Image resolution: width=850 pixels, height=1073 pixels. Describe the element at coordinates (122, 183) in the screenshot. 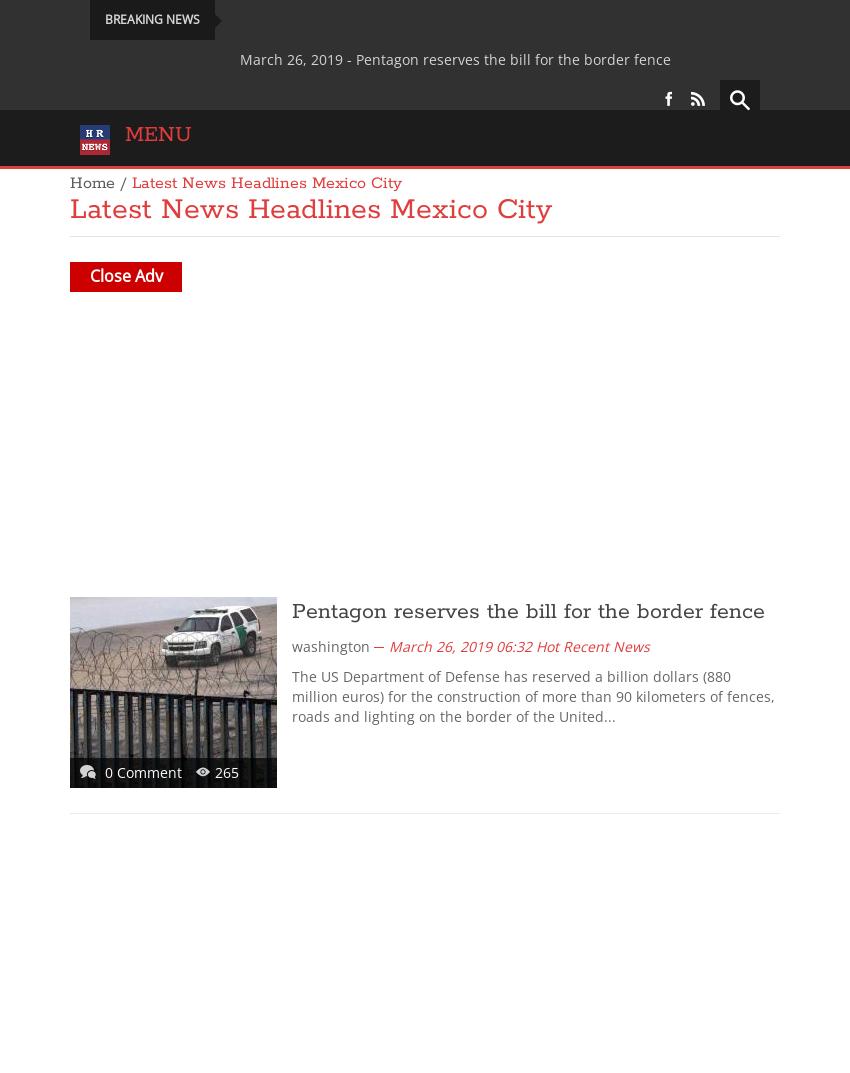

I see `'/'` at that location.